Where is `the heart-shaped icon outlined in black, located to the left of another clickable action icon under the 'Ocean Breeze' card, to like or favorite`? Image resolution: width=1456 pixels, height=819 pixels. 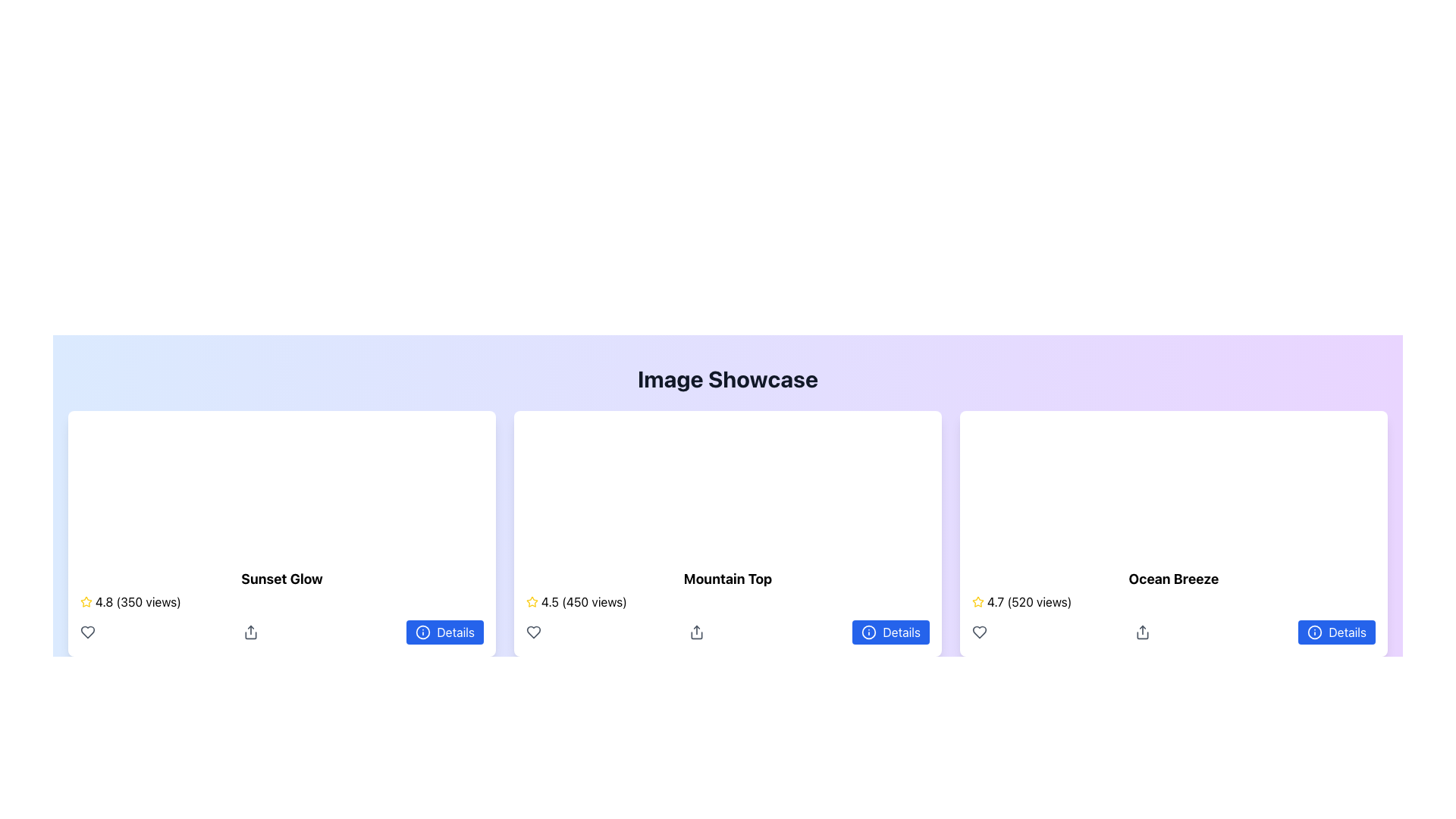 the heart-shaped icon outlined in black, located to the left of another clickable action icon under the 'Ocean Breeze' card, to like or favorite is located at coordinates (979, 632).